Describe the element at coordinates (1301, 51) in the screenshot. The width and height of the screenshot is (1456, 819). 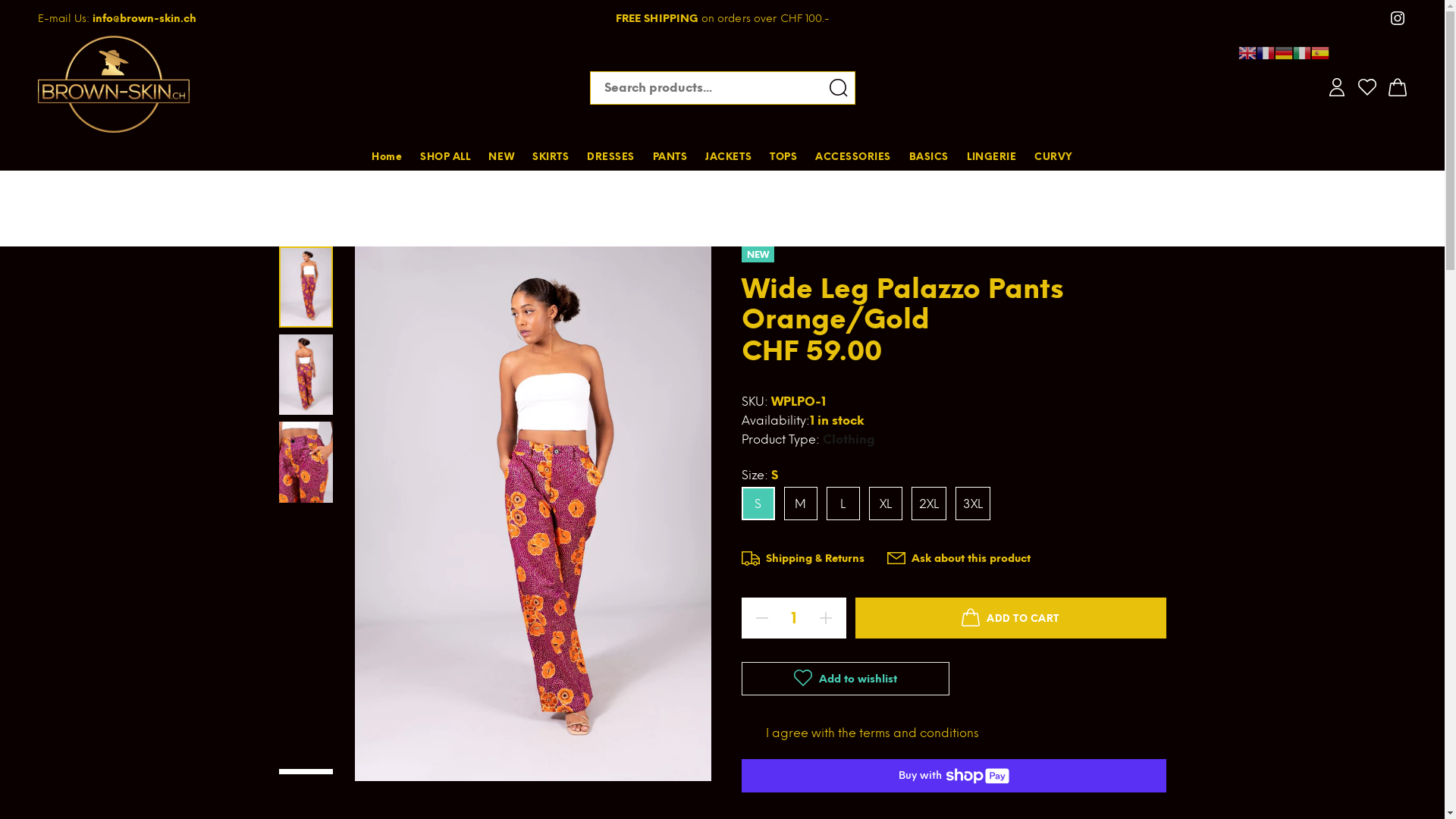
I see `'Italian'` at that location.